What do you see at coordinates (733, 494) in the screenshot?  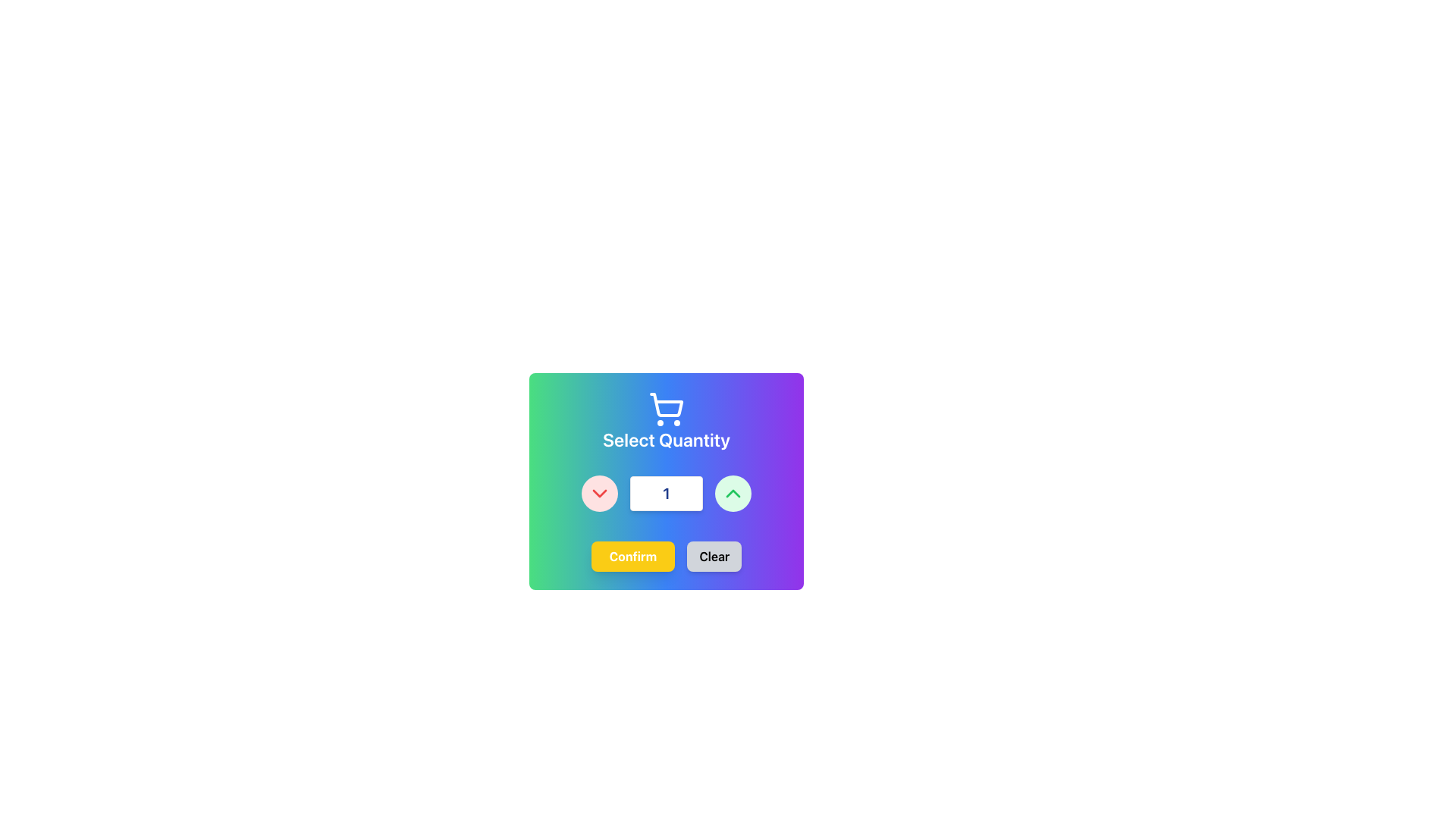 I see `the green chevron-up icon above the numeric input field to increment the value` at bounding box center [733, 494].